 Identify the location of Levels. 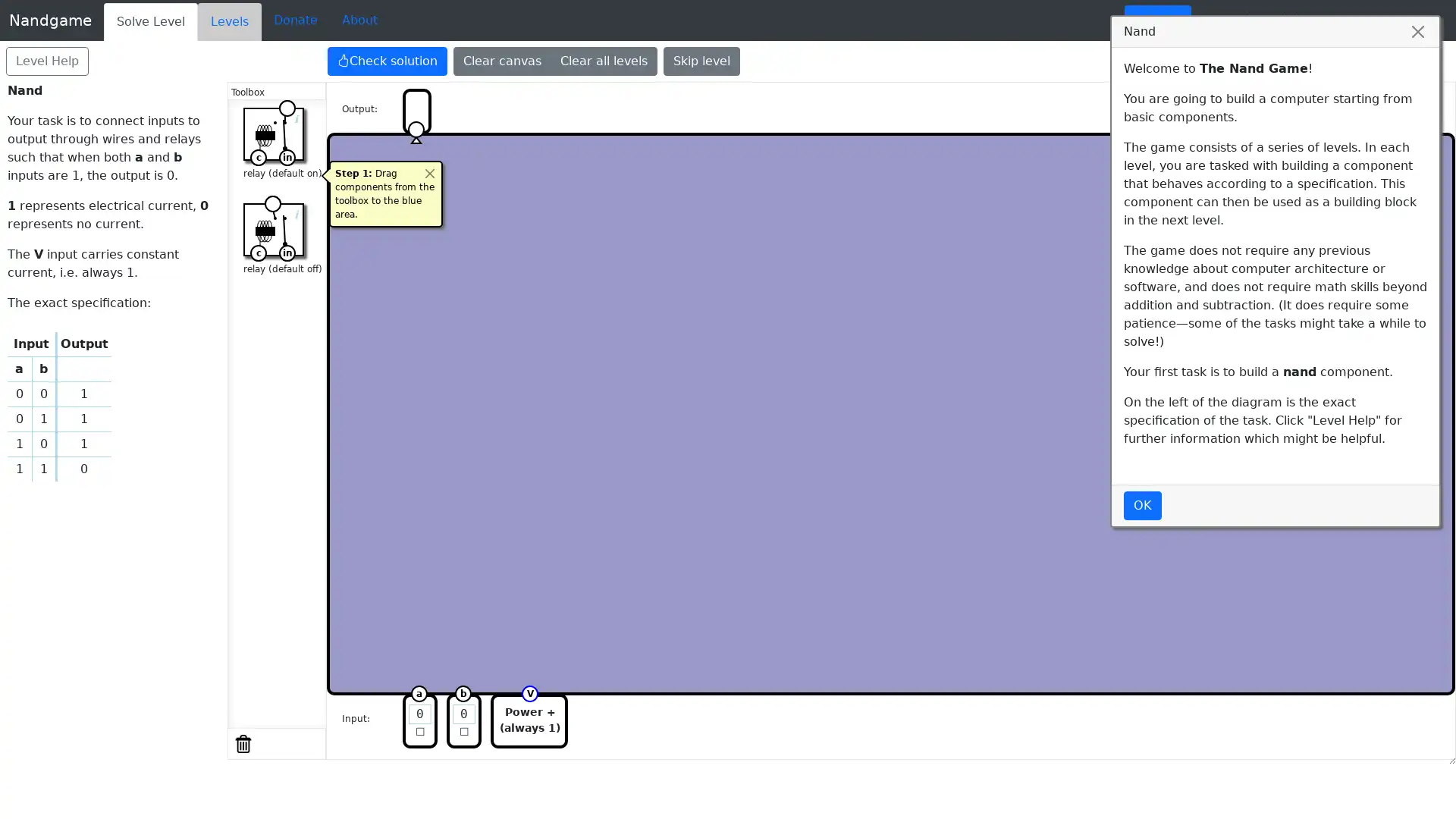
(228, 22).